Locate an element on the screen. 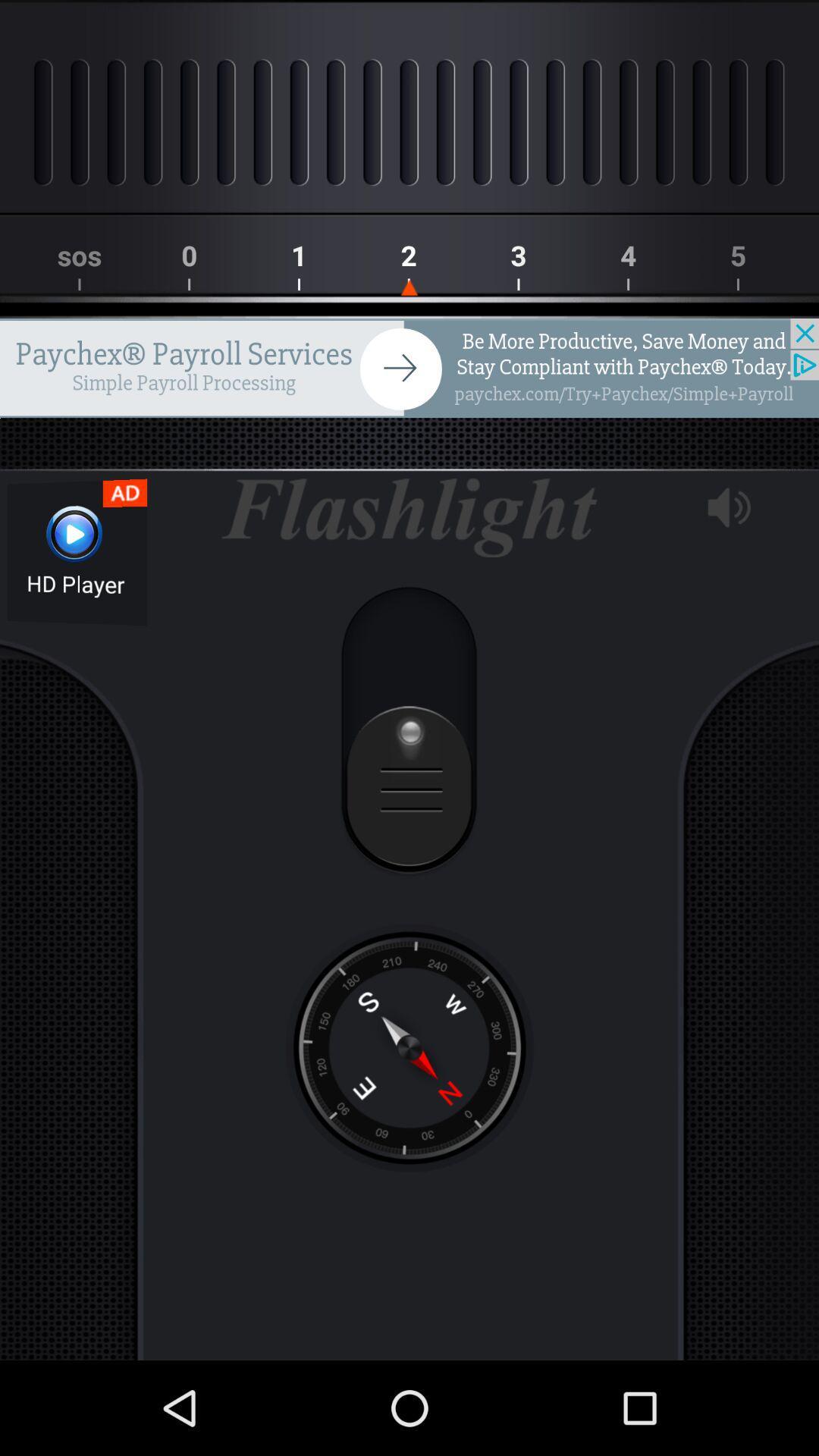 This screenshot has height=1456, width=819. the volume icon is located at coordinates (728, 507).